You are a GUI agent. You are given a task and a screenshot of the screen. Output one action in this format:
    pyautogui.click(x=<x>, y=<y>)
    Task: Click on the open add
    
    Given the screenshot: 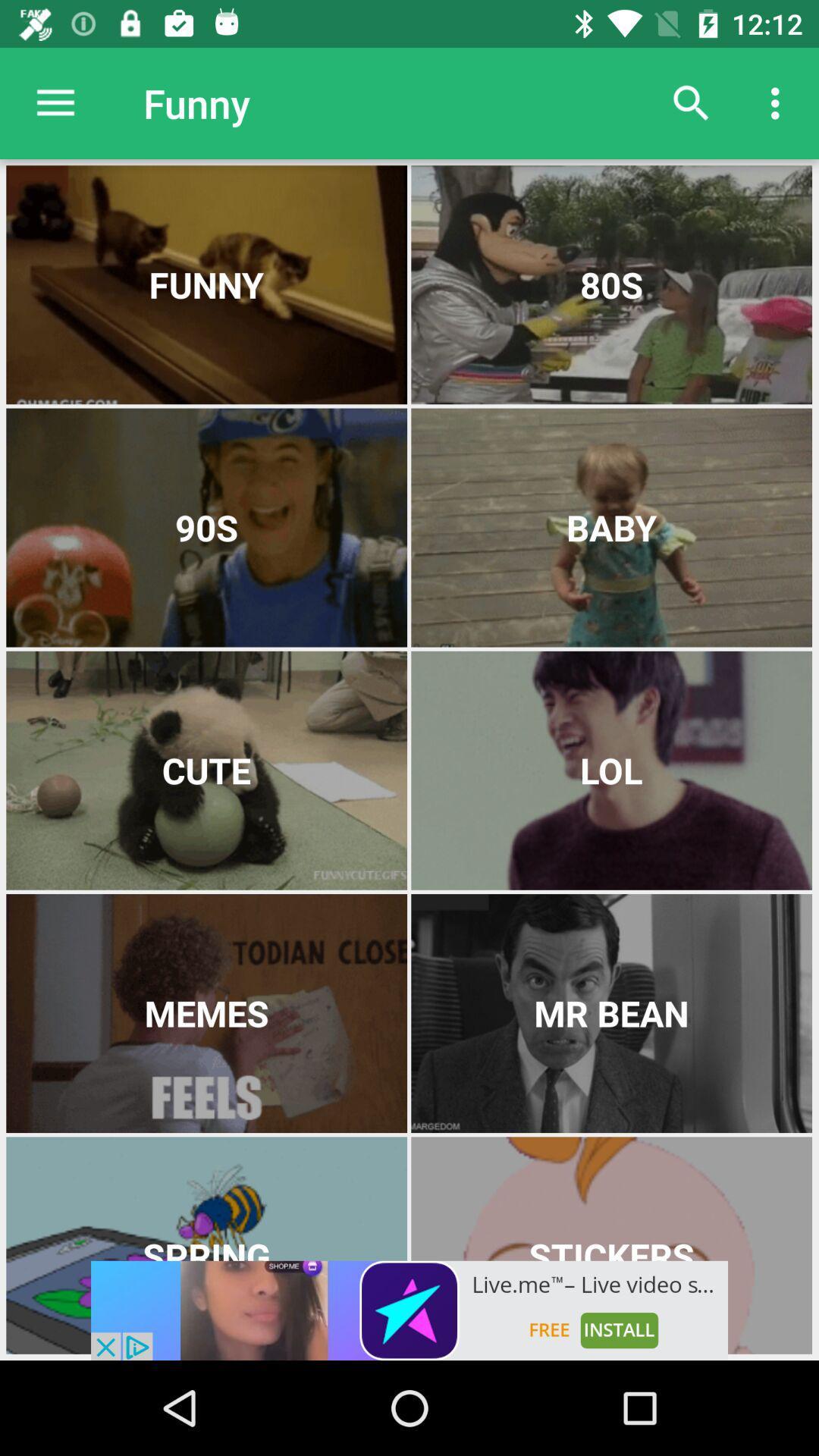 What is the action you would take?
    pyautogui.click(x=409, y=1310)
    